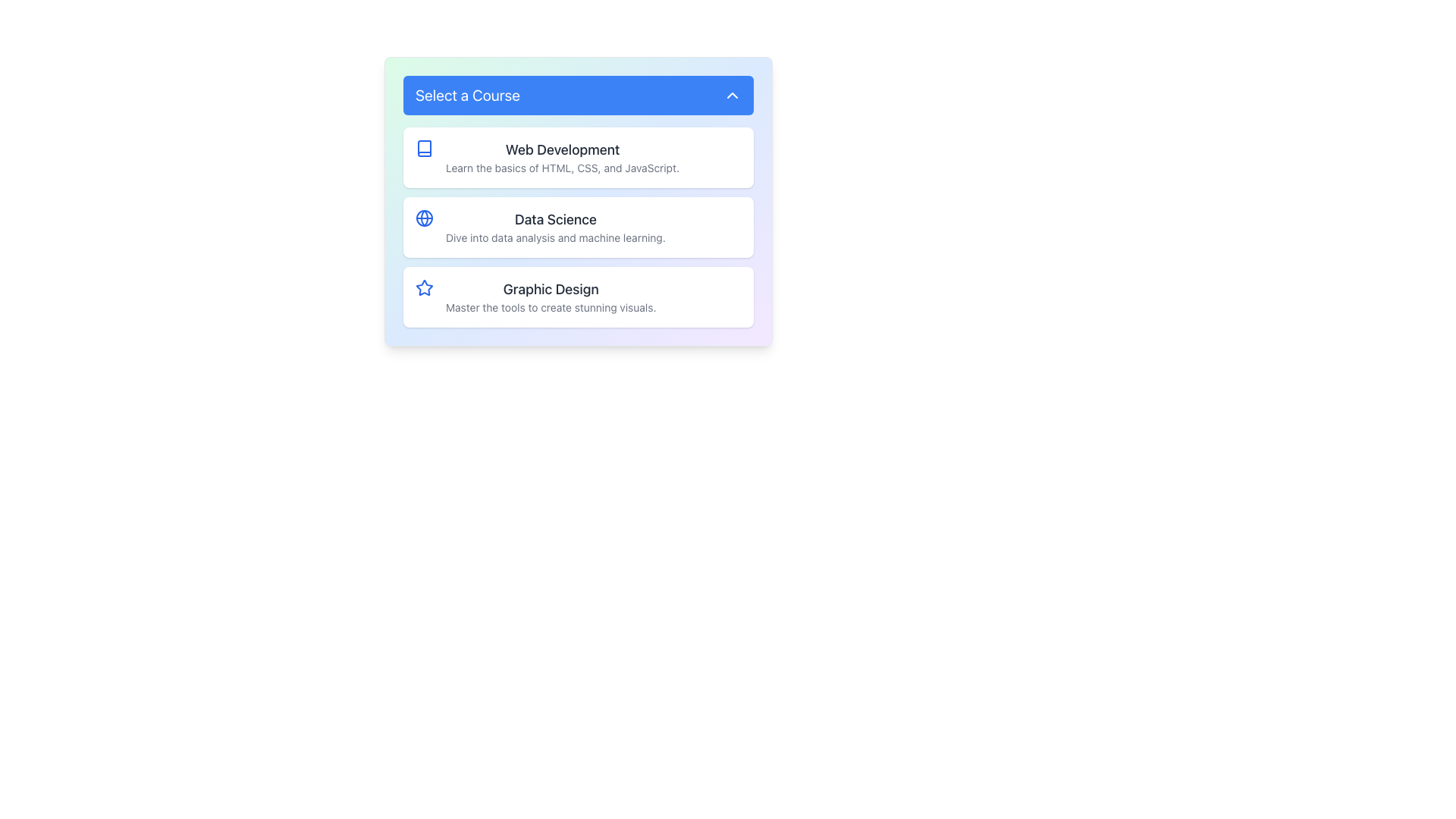 Image resolution: width=1456 pixels, height=819 pixels. I want to click on the first selectable card representing the course 'Web Development', so click(578, 158).